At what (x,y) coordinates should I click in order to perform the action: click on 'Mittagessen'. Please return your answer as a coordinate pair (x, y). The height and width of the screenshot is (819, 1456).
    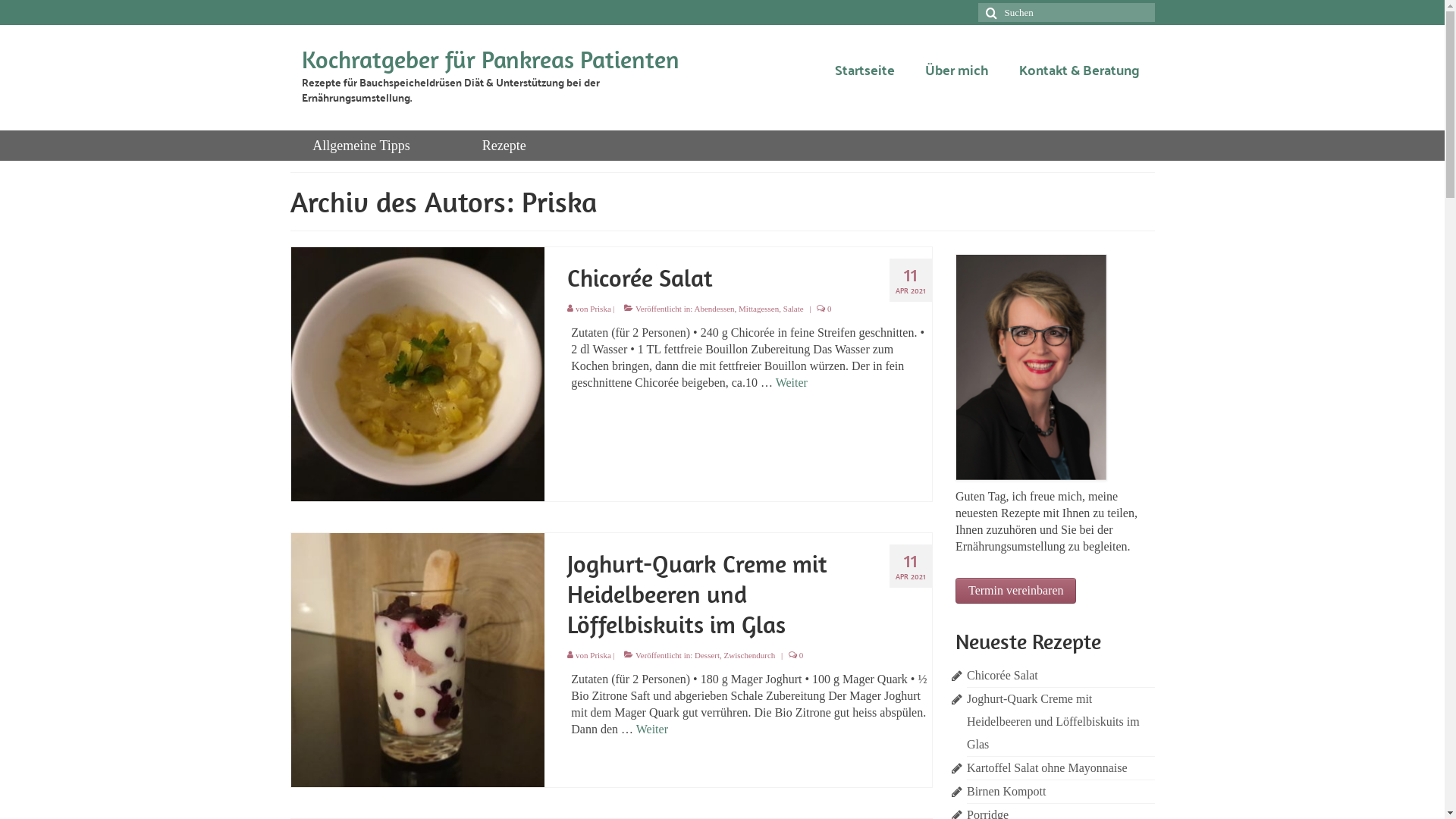
    Looking at the image, I should click on (739, 308).